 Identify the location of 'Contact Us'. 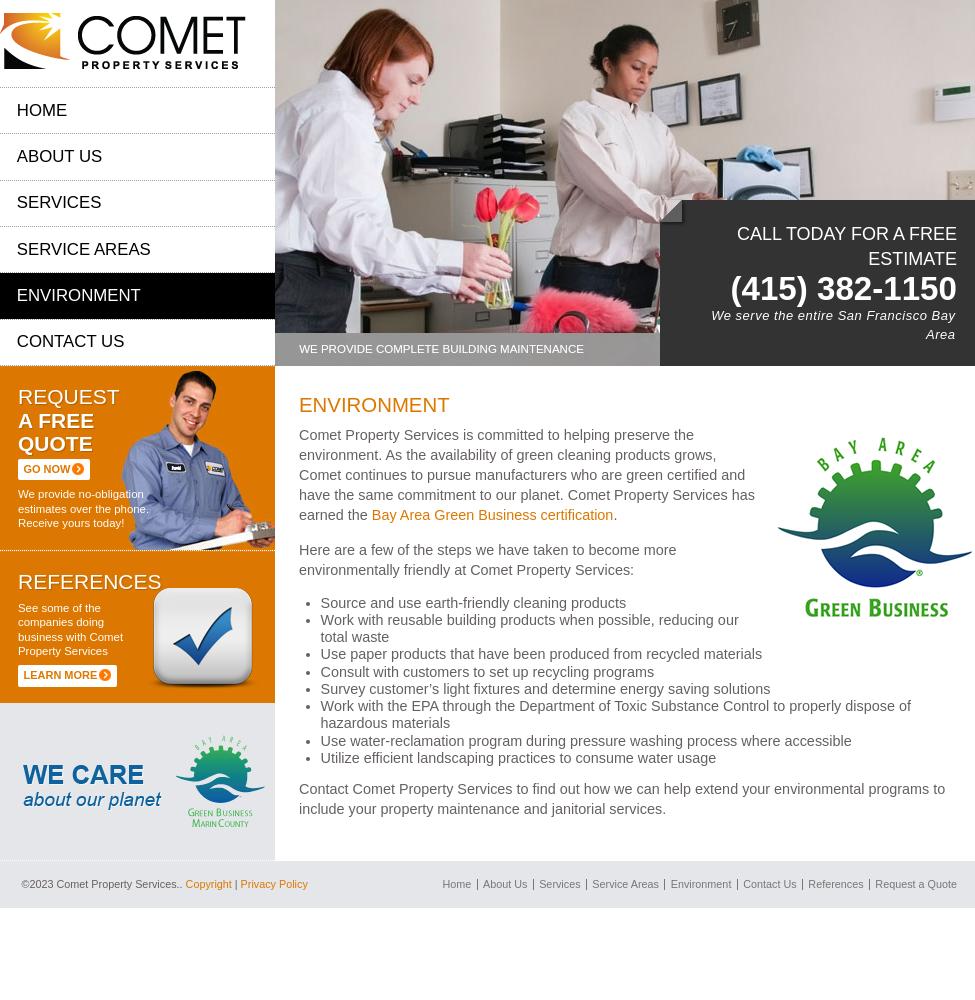
(70, 340).